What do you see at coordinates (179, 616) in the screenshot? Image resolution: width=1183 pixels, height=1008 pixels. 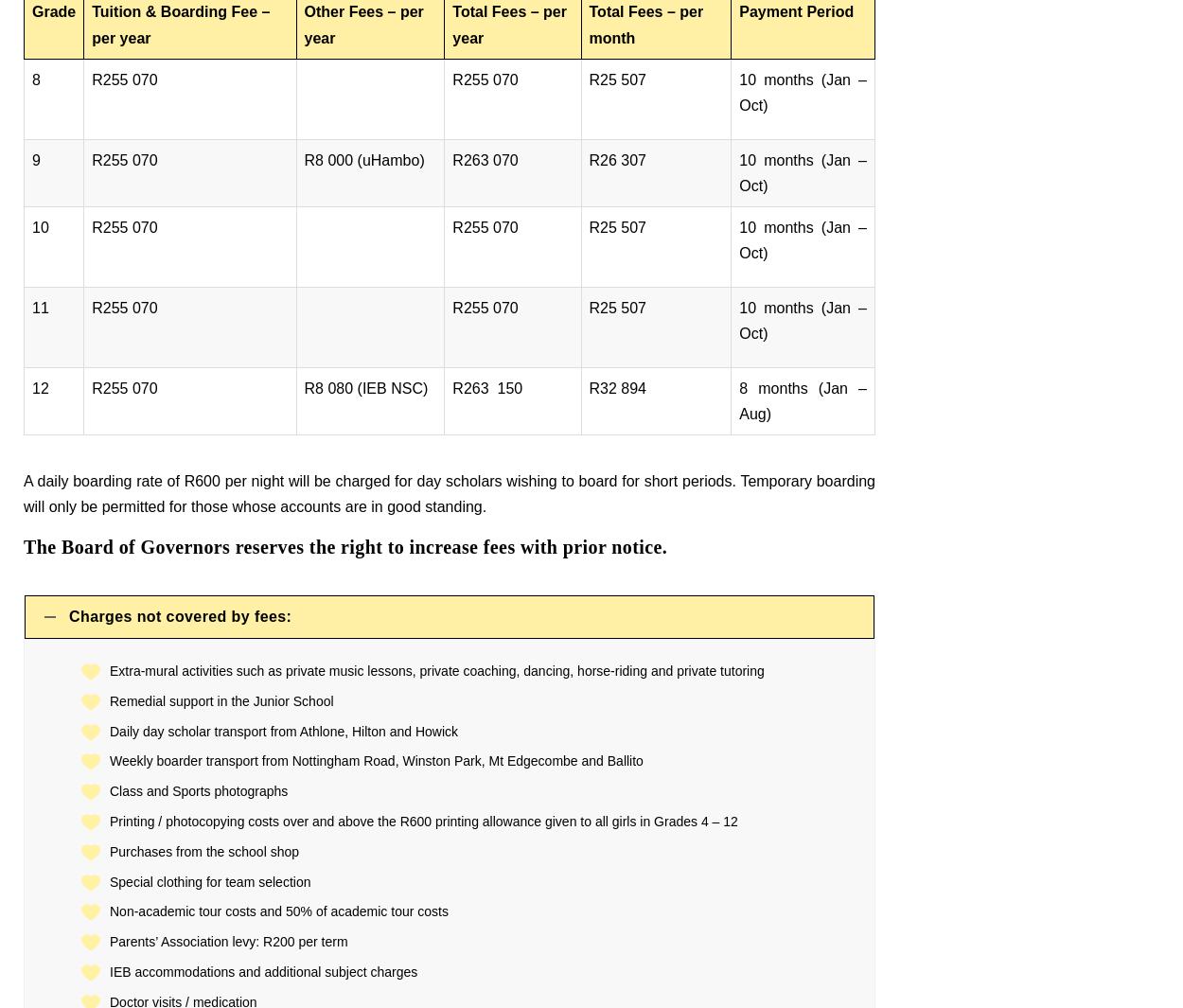 I see `'Charges not covered by fees:'` at bounding box center [179, 616].